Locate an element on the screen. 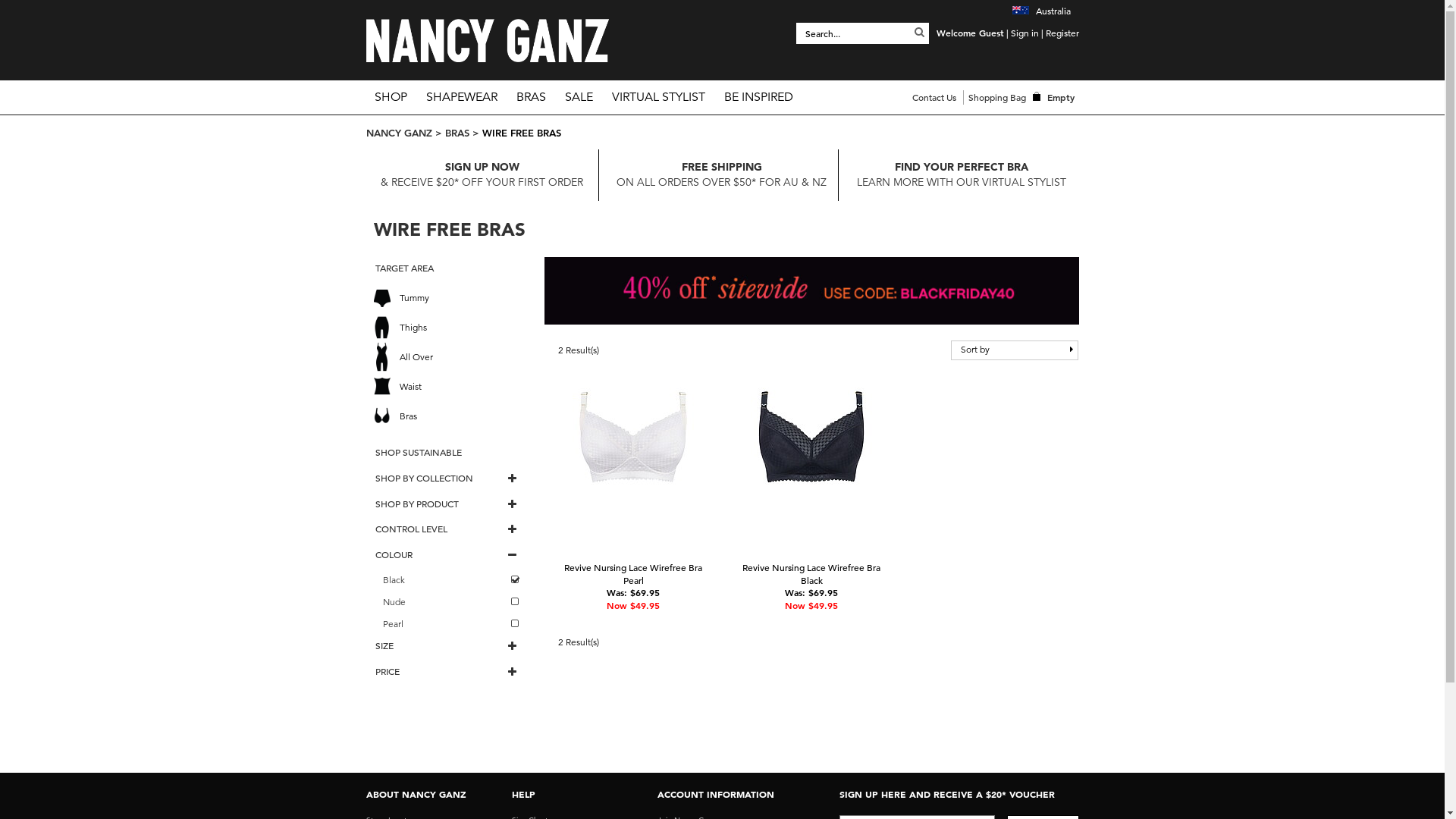  'FIND YOUR PERFECT BRALEARN MORE WITH OUR VIRTUAL STYLIST' is located at coordinates (960, 174).